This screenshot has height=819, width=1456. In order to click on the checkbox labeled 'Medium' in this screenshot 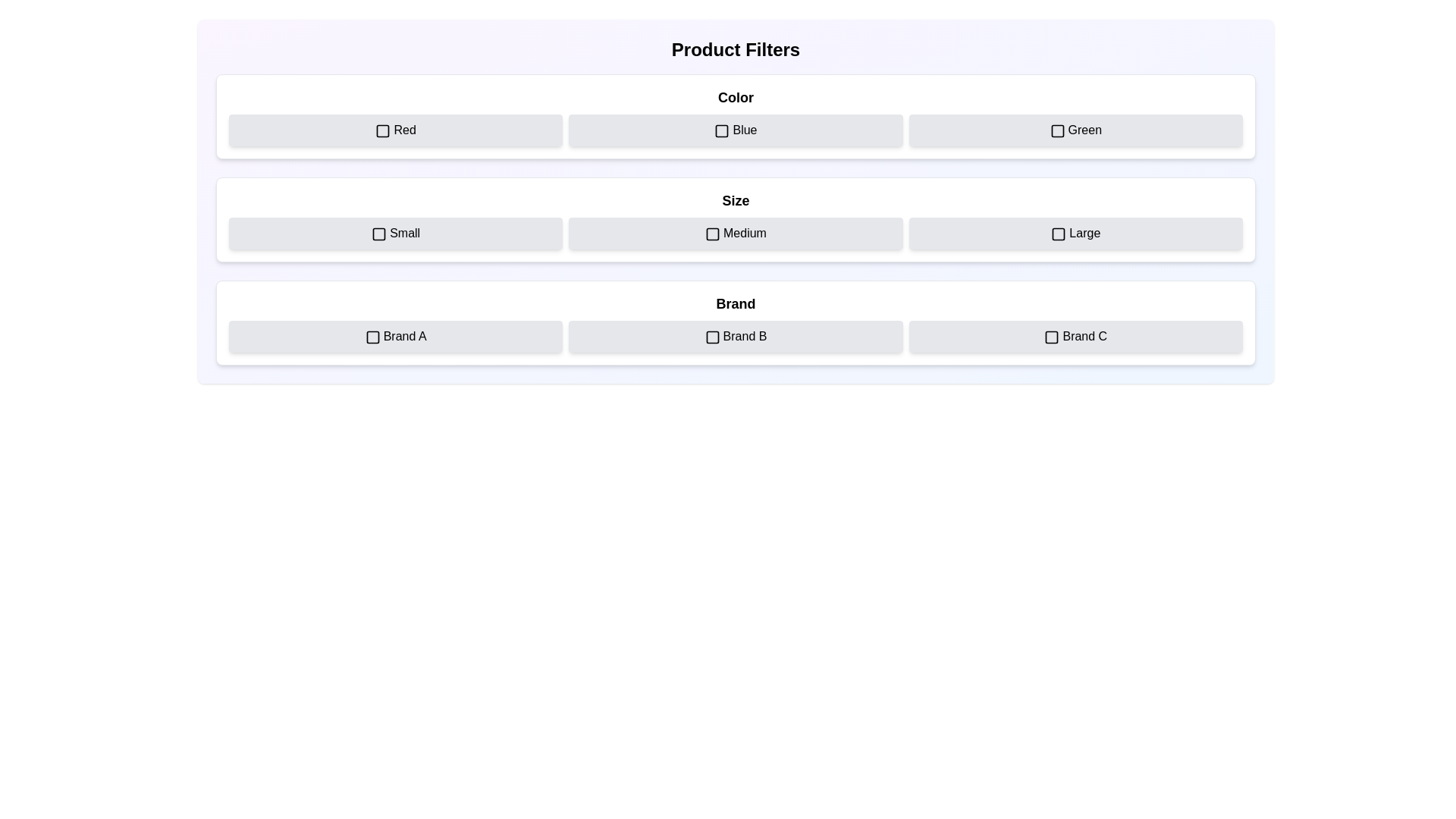, I will do `click(736, 234)`.